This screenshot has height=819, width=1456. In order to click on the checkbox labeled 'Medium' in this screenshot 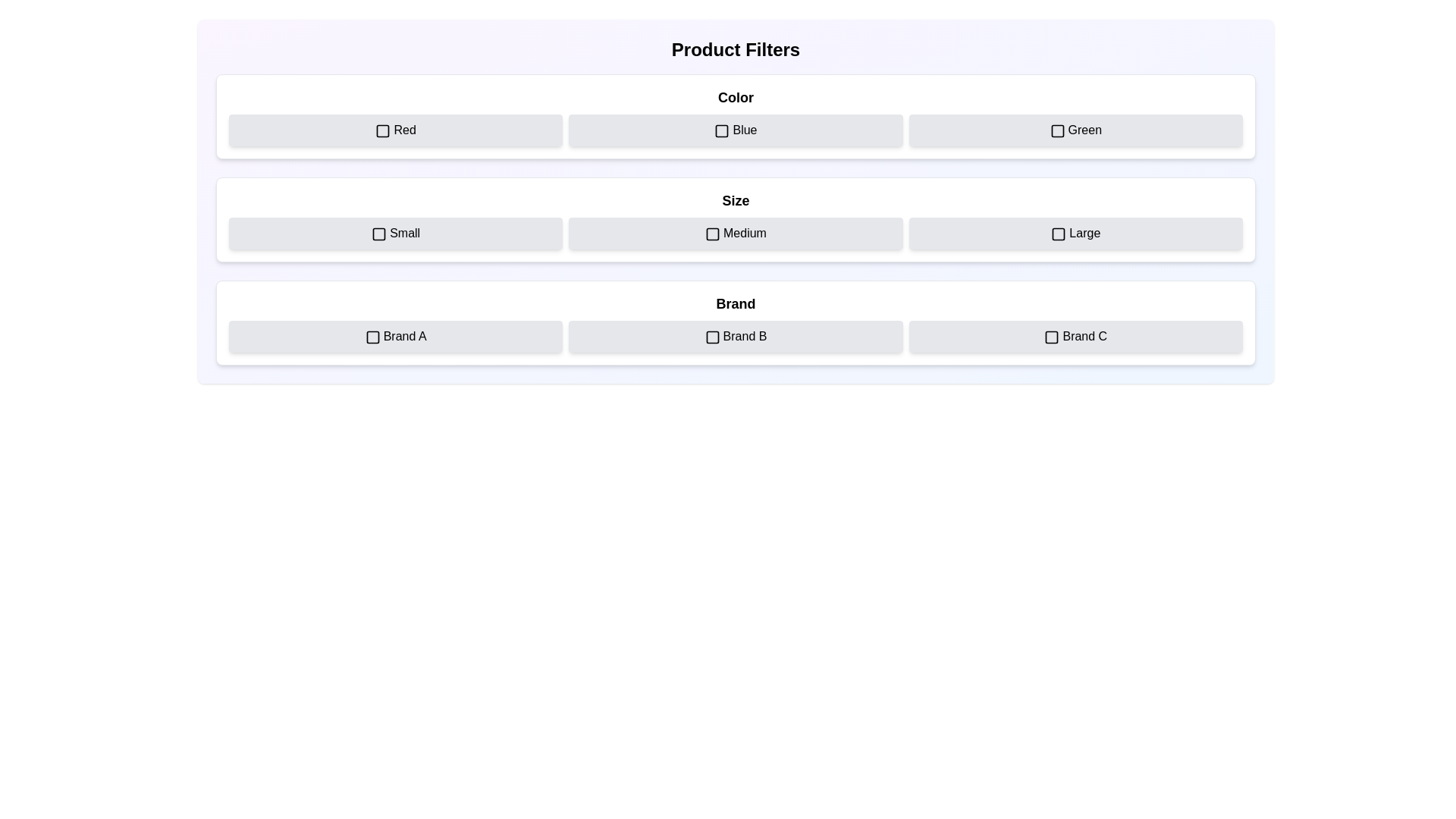, I will do `click(736, 234)`.